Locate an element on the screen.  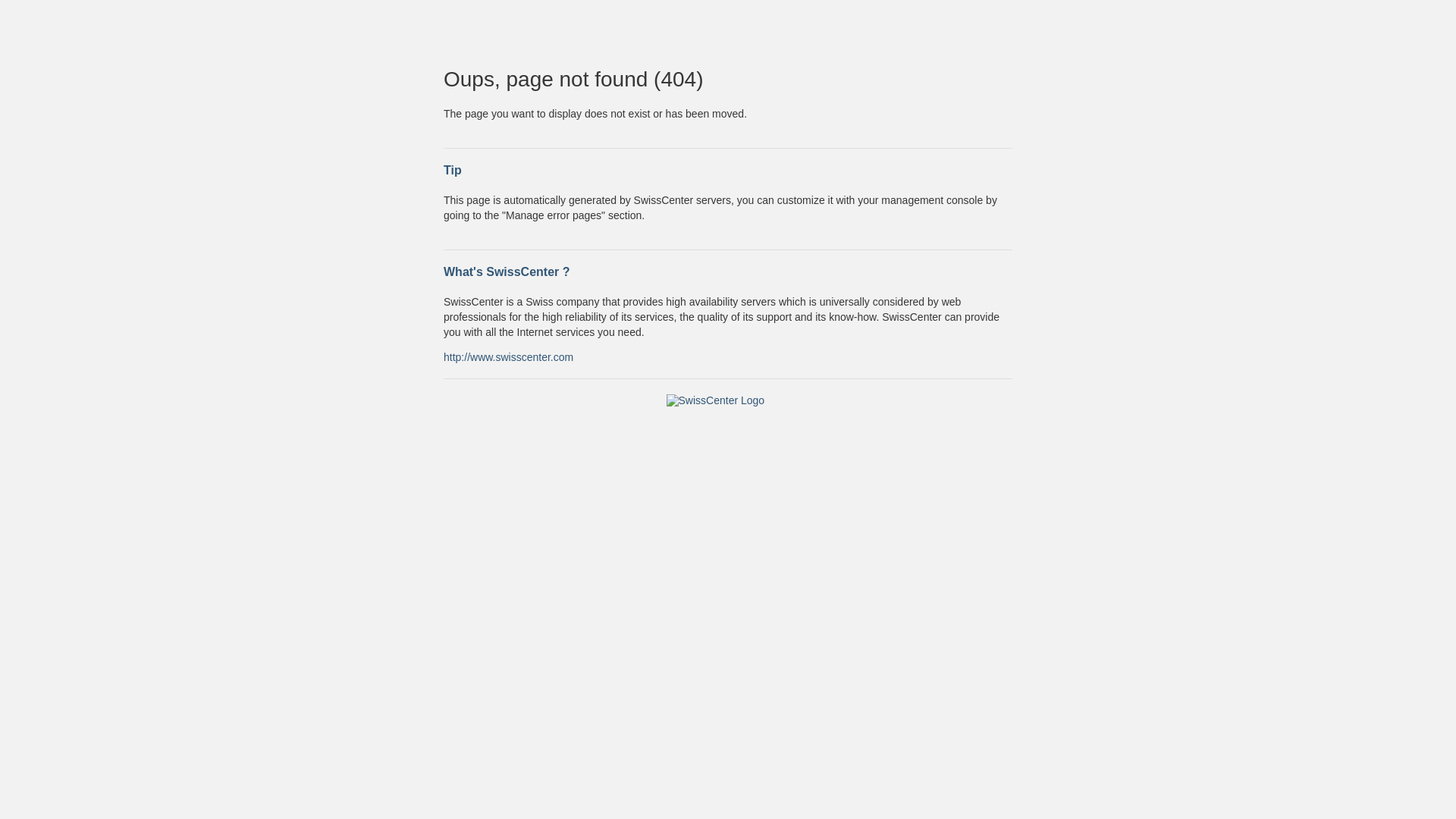
'http://www.swisscenter.com' is located at coordinates (508, 356).